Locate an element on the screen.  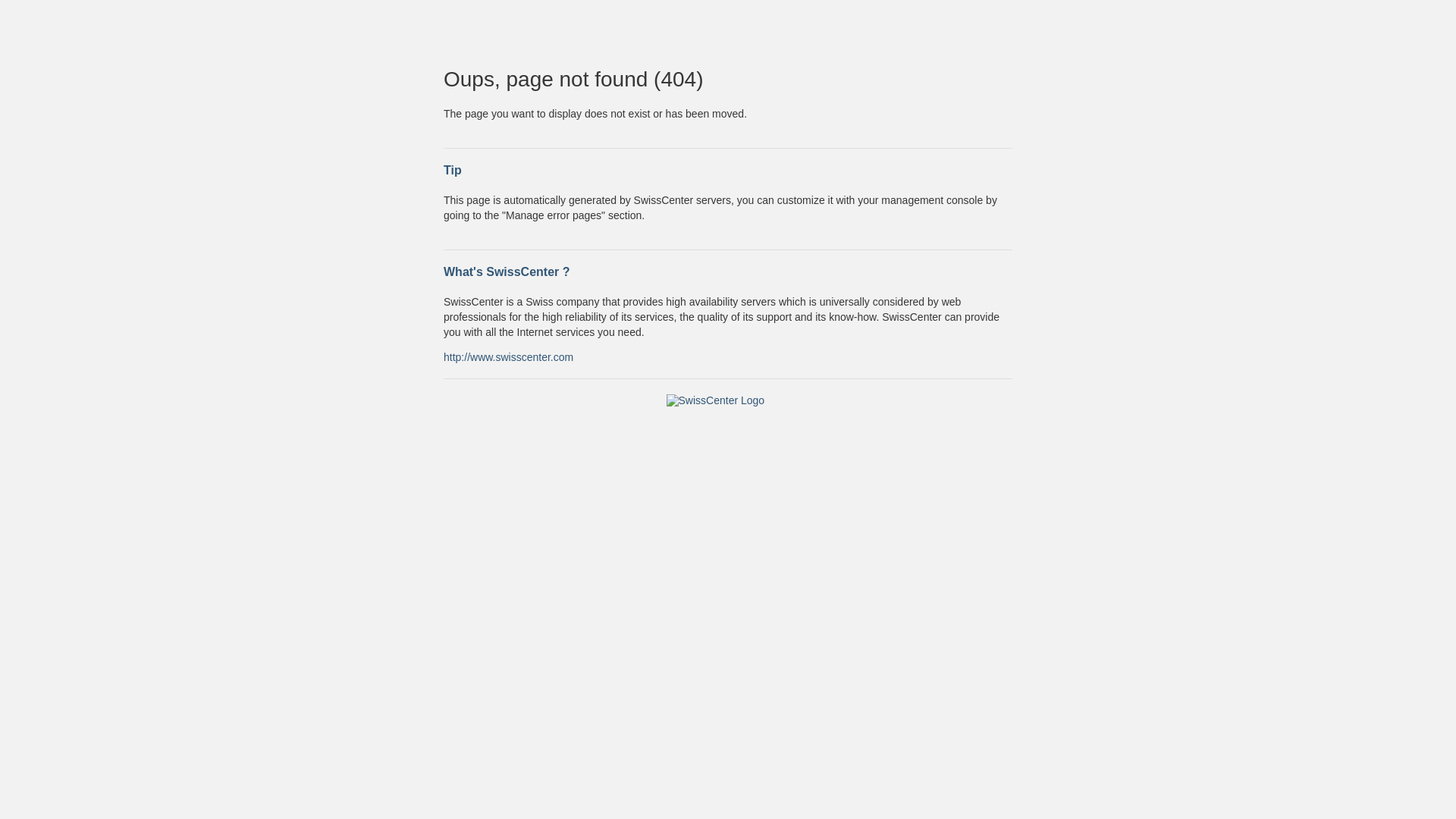
'http://www.swisscenter.com' is located at coordinates (508, 356).